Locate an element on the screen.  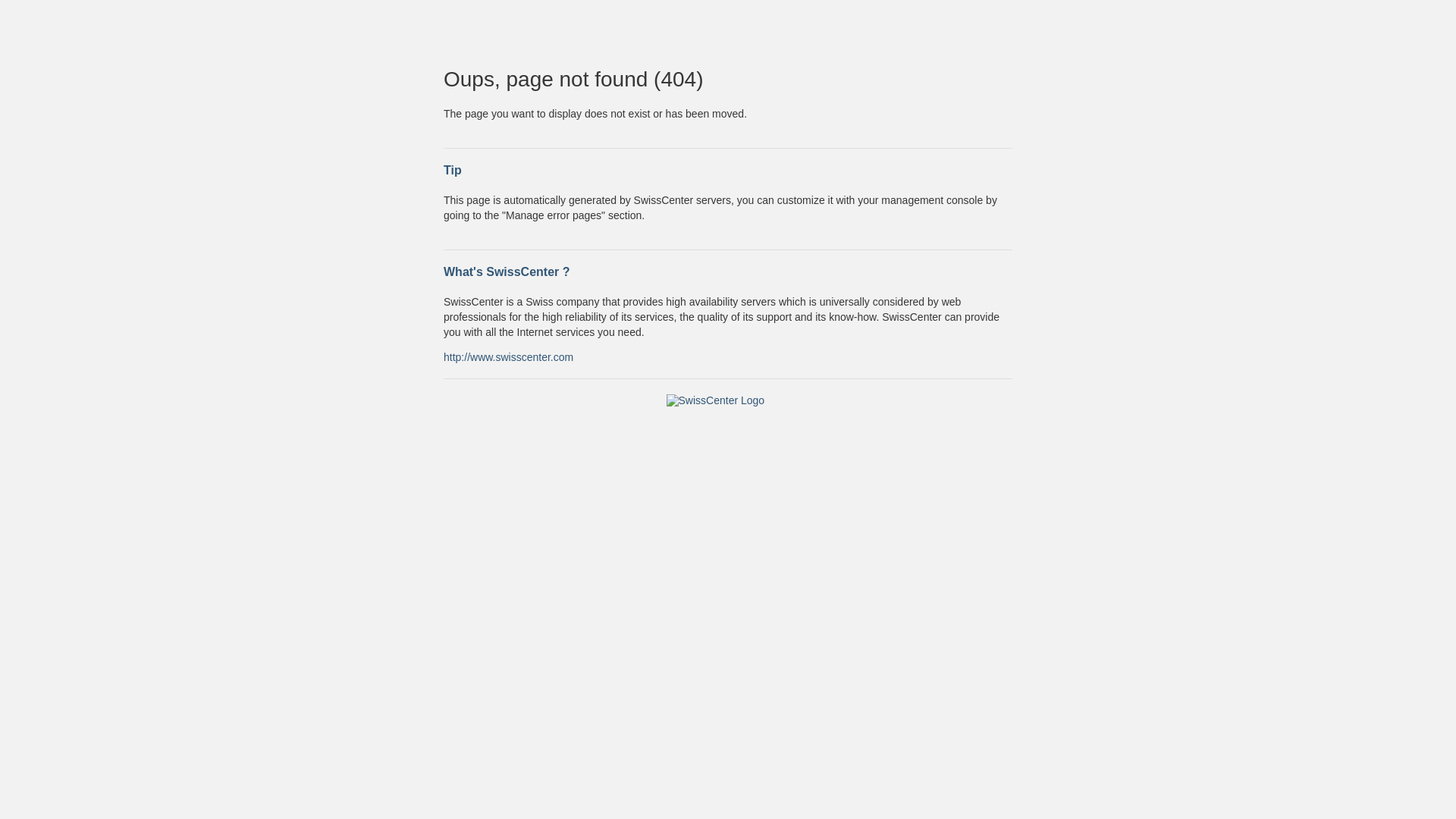
'http://www.swisscenter.com' is located at coordinates (508, 356).